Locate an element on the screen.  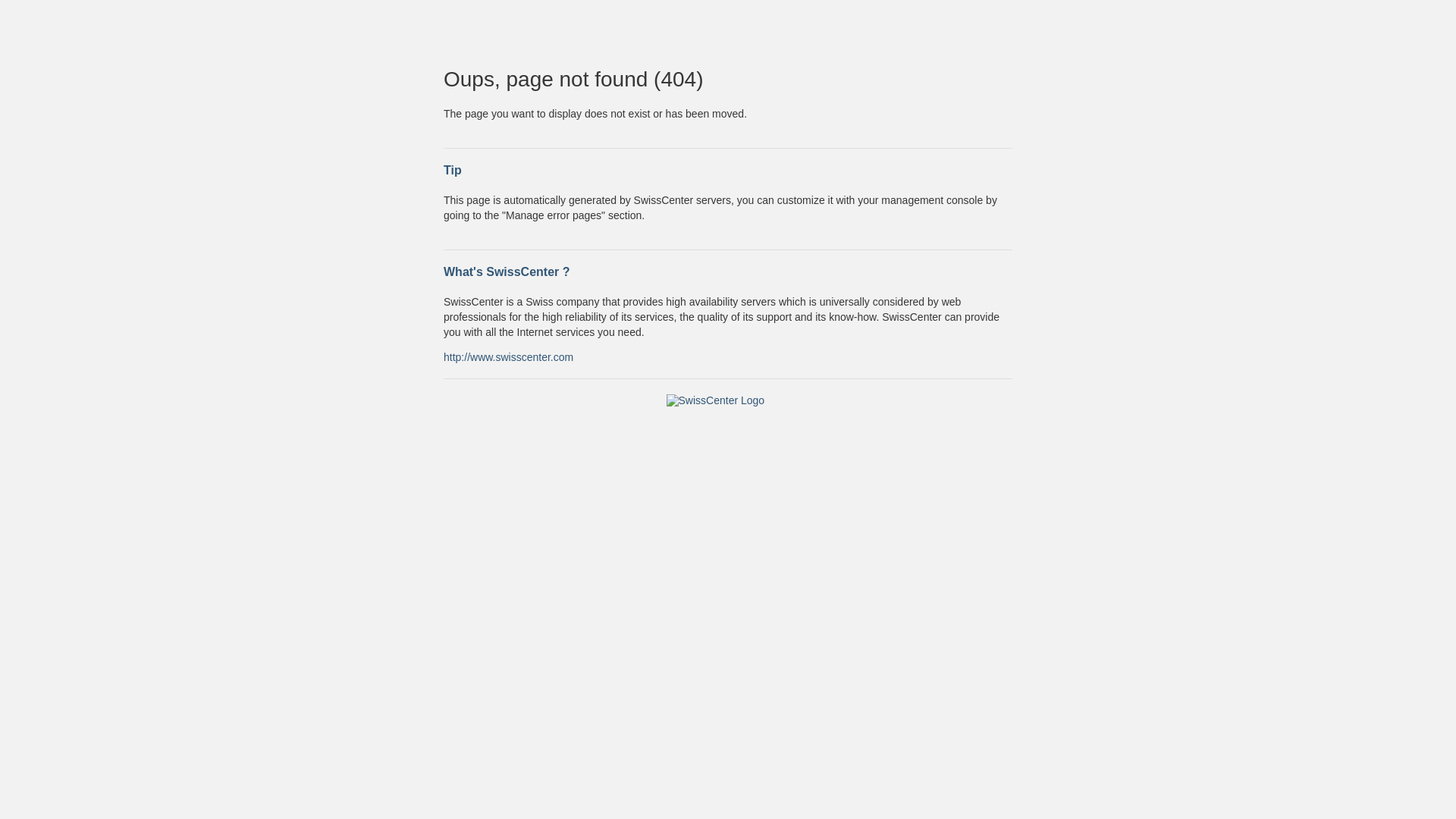
'http://www.swisscenter.com' is located at coordinates (508, 356).